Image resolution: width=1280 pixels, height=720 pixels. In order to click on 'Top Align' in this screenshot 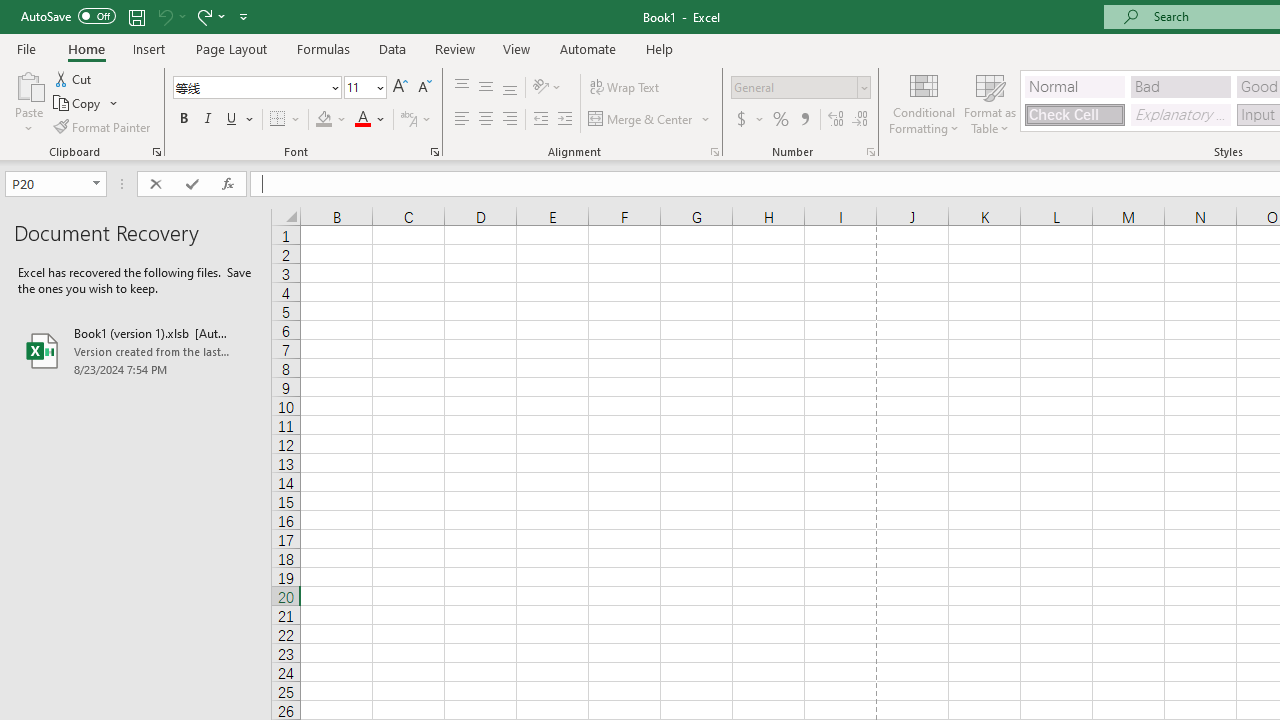, I will do `click(461, 86)`.